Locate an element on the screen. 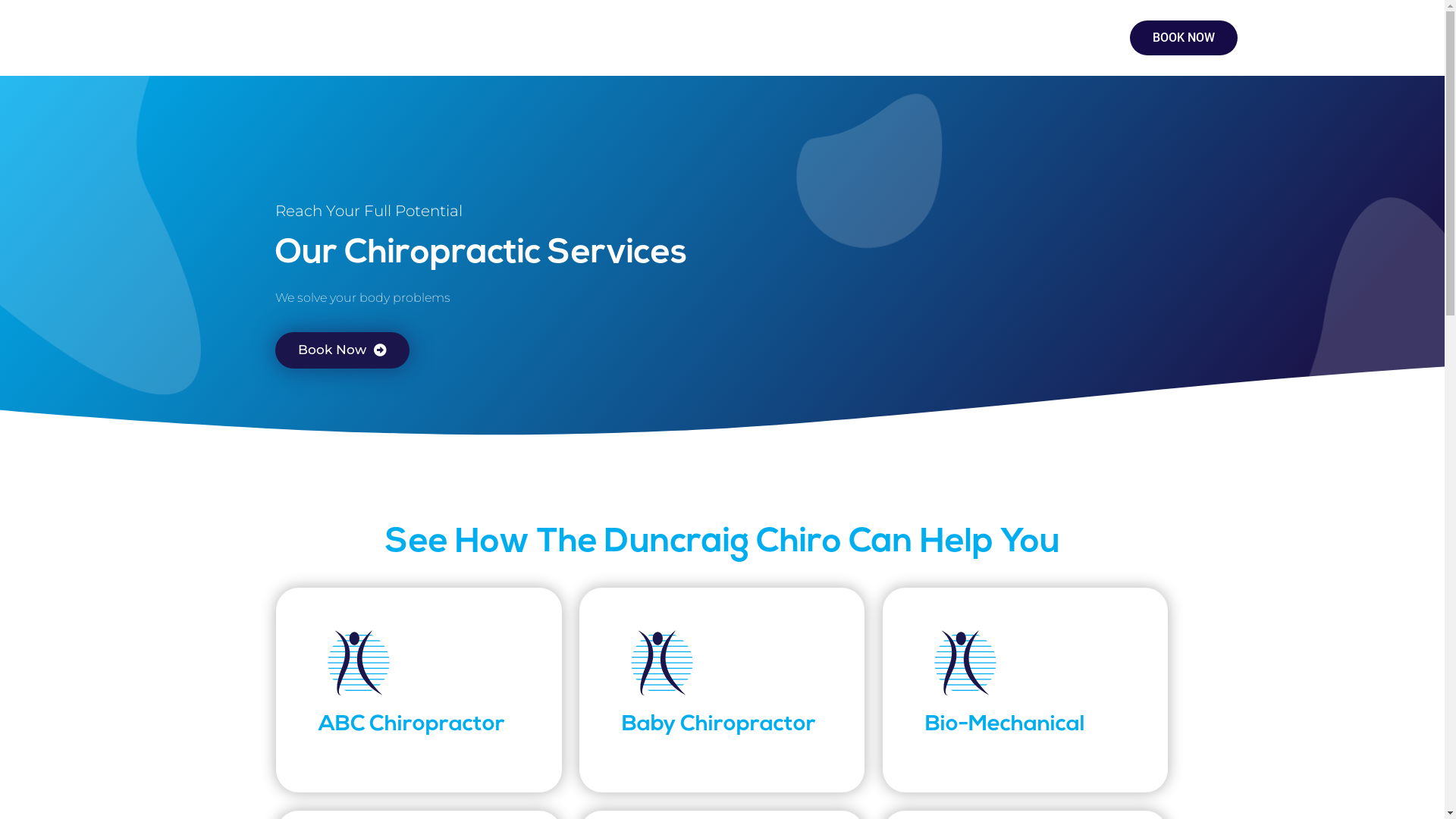 The image size is (1456, 819). 'Baby Chiropractor' is located at coordinates (718, 723).